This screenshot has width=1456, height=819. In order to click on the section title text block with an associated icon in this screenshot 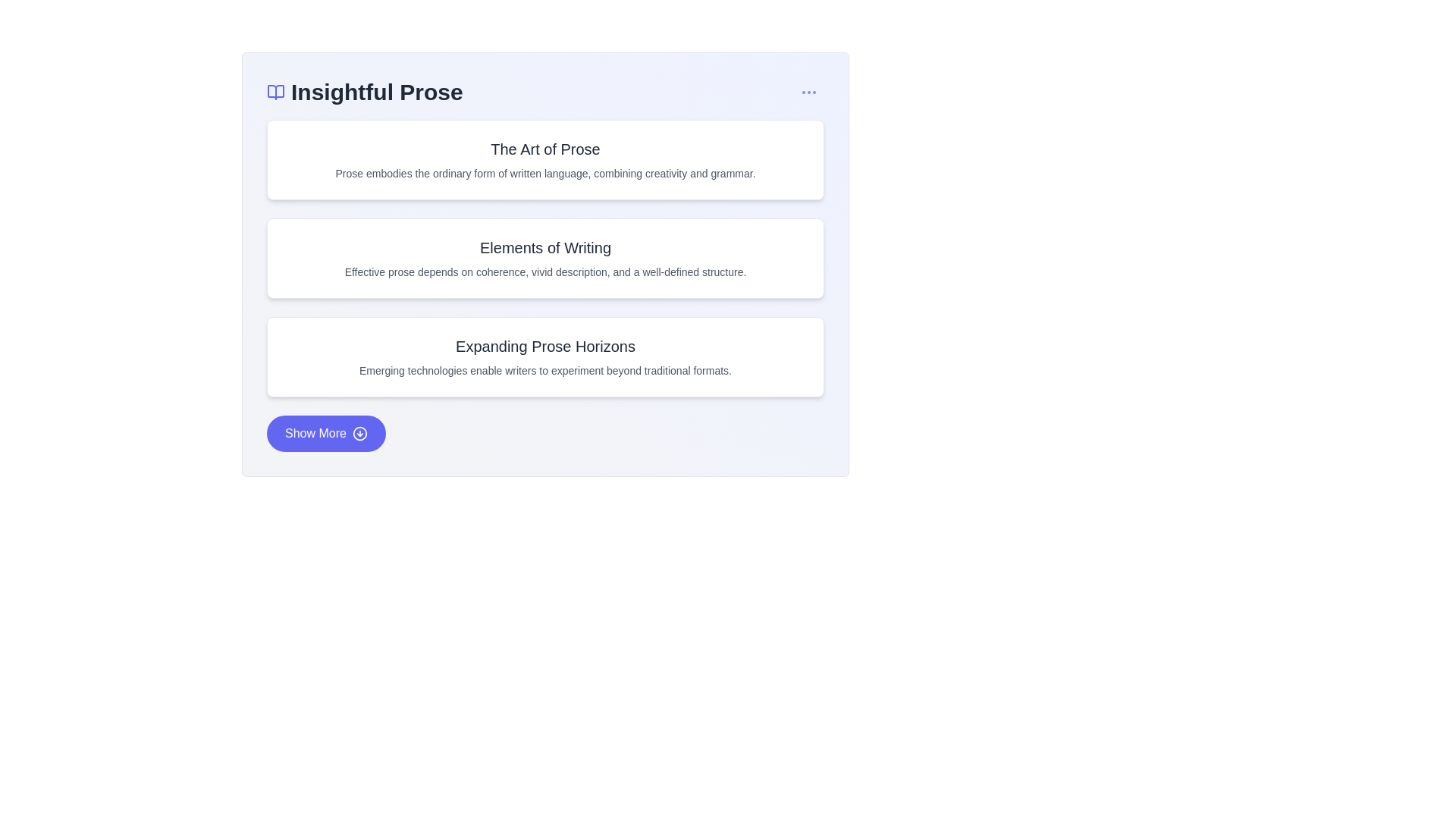, I will do `click(365, 93)`.